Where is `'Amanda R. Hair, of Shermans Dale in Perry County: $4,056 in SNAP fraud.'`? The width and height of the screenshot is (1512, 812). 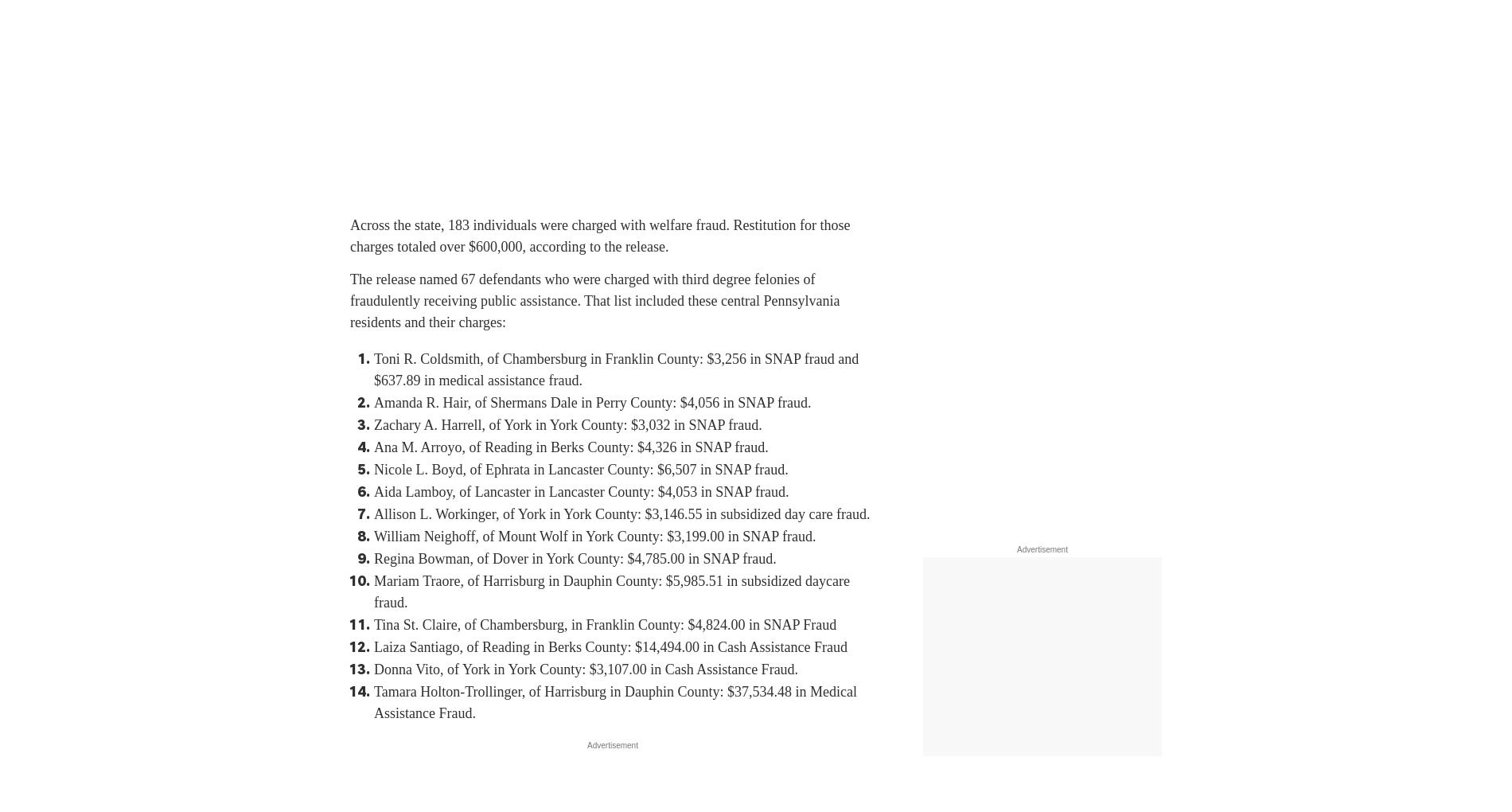
'Amanda R. Hair, of Shermans Dale in Perry County: $4,056 in SNAP fraud.' is located at coordinates (591, 403).